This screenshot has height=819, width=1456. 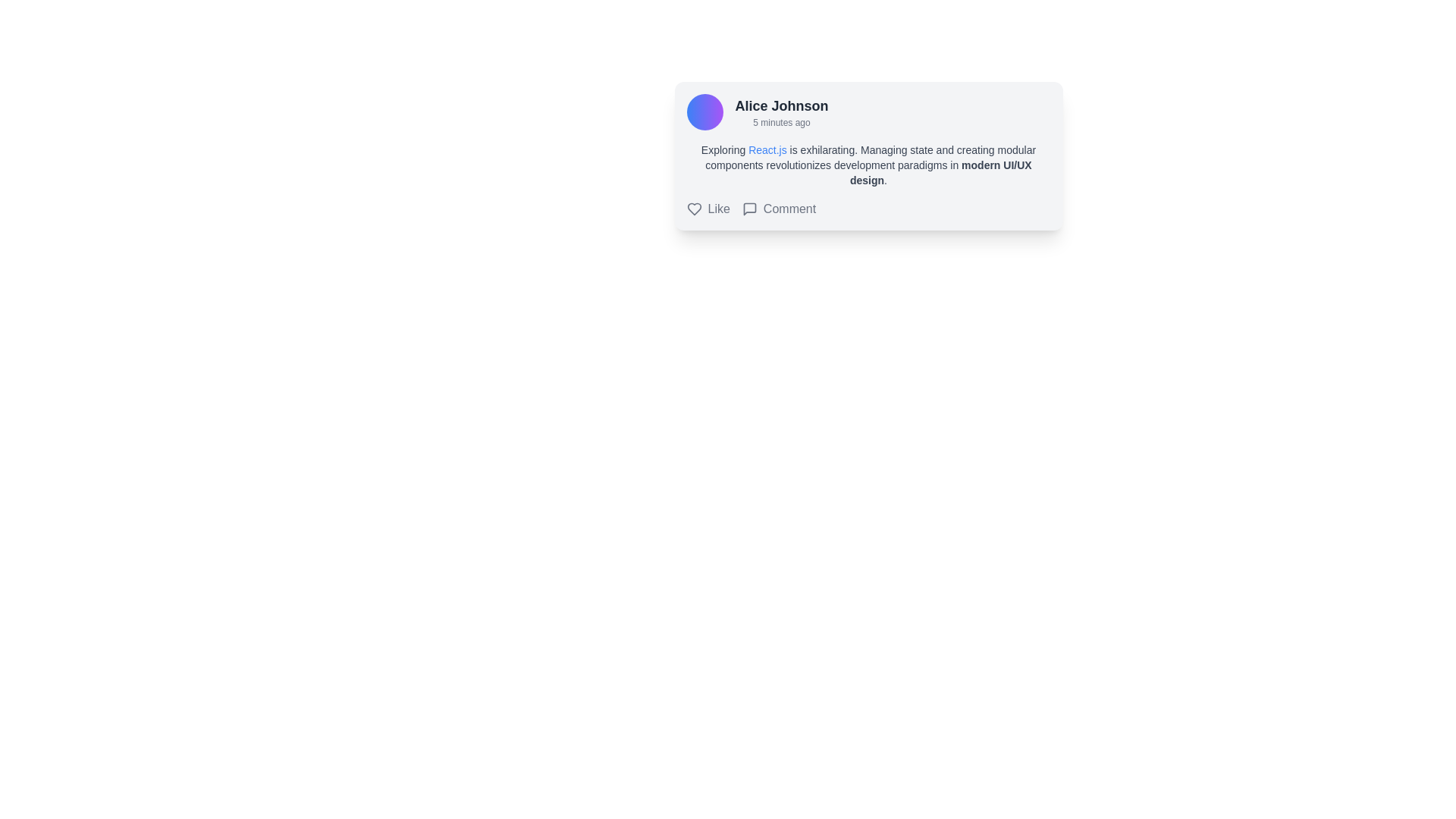 I want to click on the text label indicating the 'like' action, which is positioned to the right of the heart icon and before the 'Comment' button below a user post, so click(x=718, y=209).